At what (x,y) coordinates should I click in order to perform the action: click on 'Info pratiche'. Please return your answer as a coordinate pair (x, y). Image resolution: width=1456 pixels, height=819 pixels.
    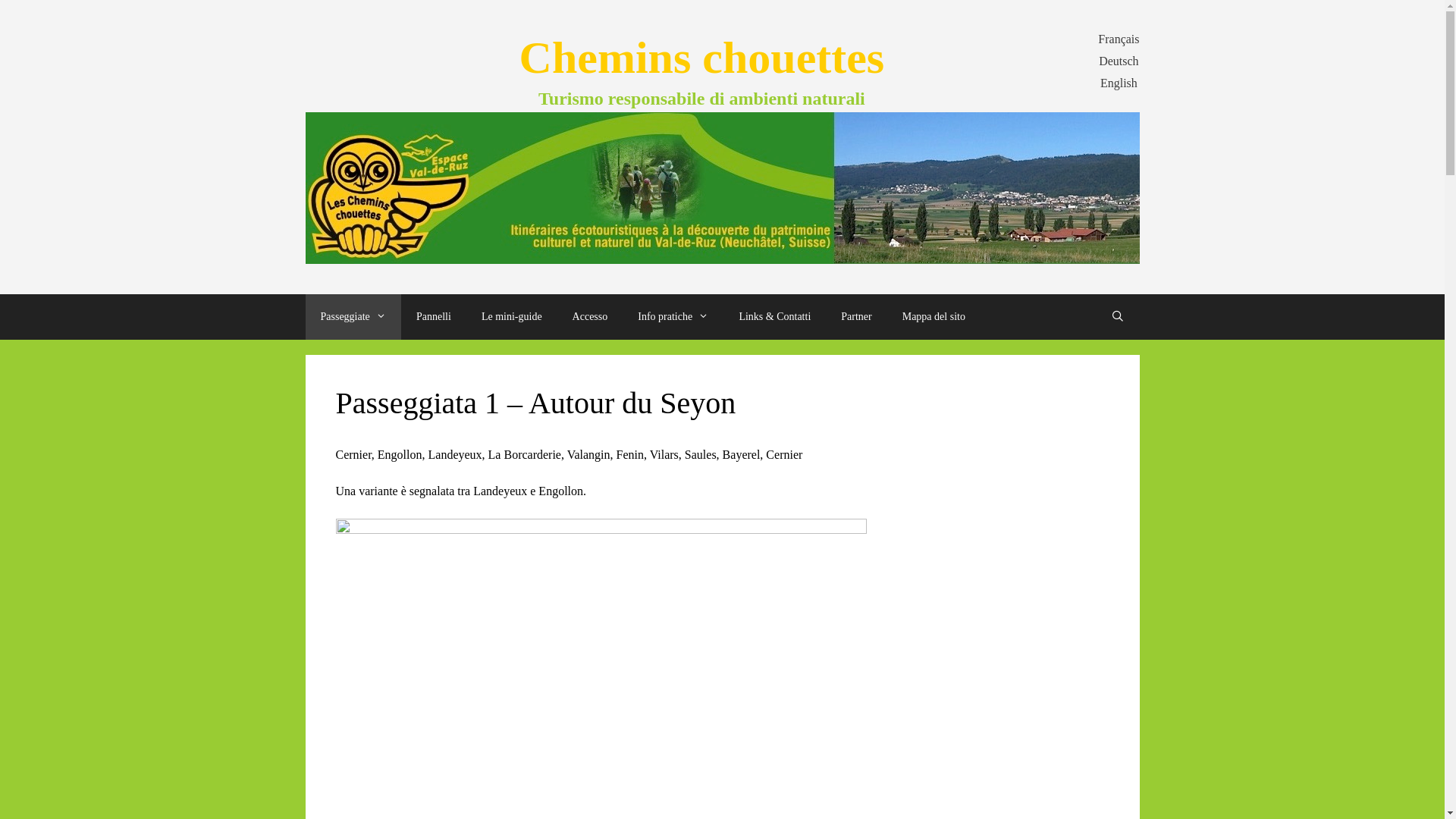
    Looking at the image, I should click on (672, 315).